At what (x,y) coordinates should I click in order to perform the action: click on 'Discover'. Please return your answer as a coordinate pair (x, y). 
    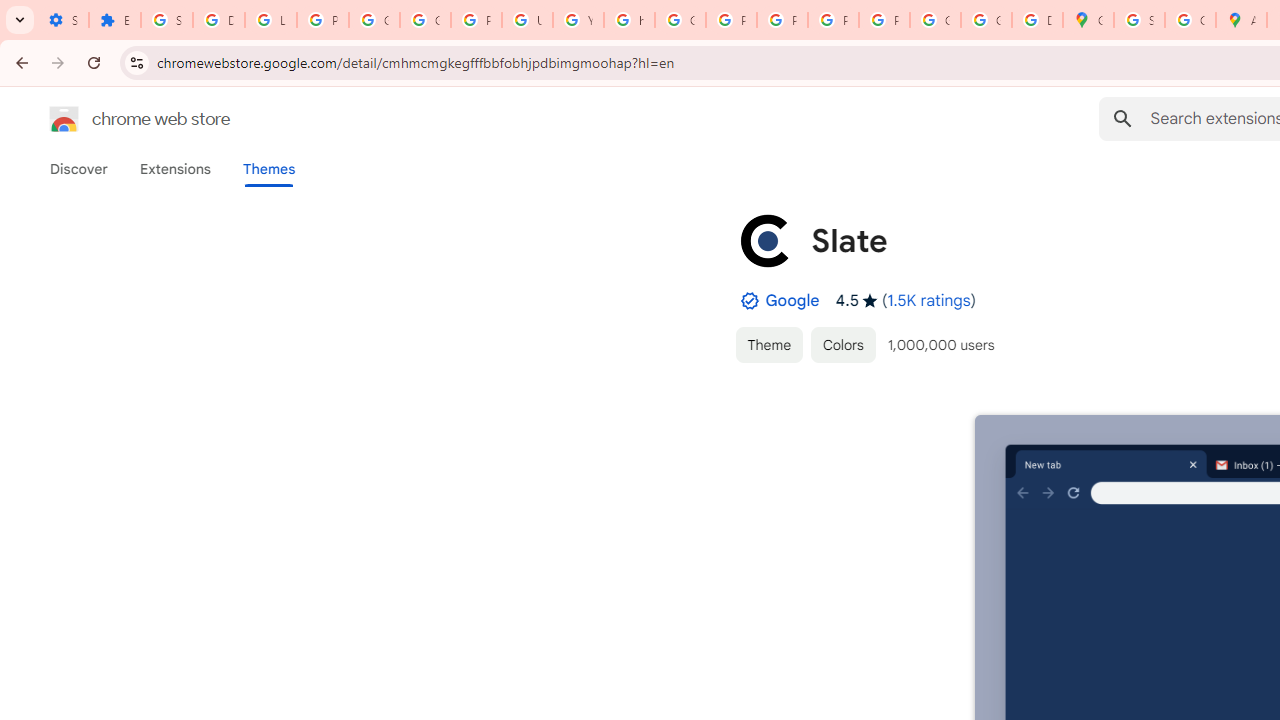
    Looking at the image, I should click on (79, 168).